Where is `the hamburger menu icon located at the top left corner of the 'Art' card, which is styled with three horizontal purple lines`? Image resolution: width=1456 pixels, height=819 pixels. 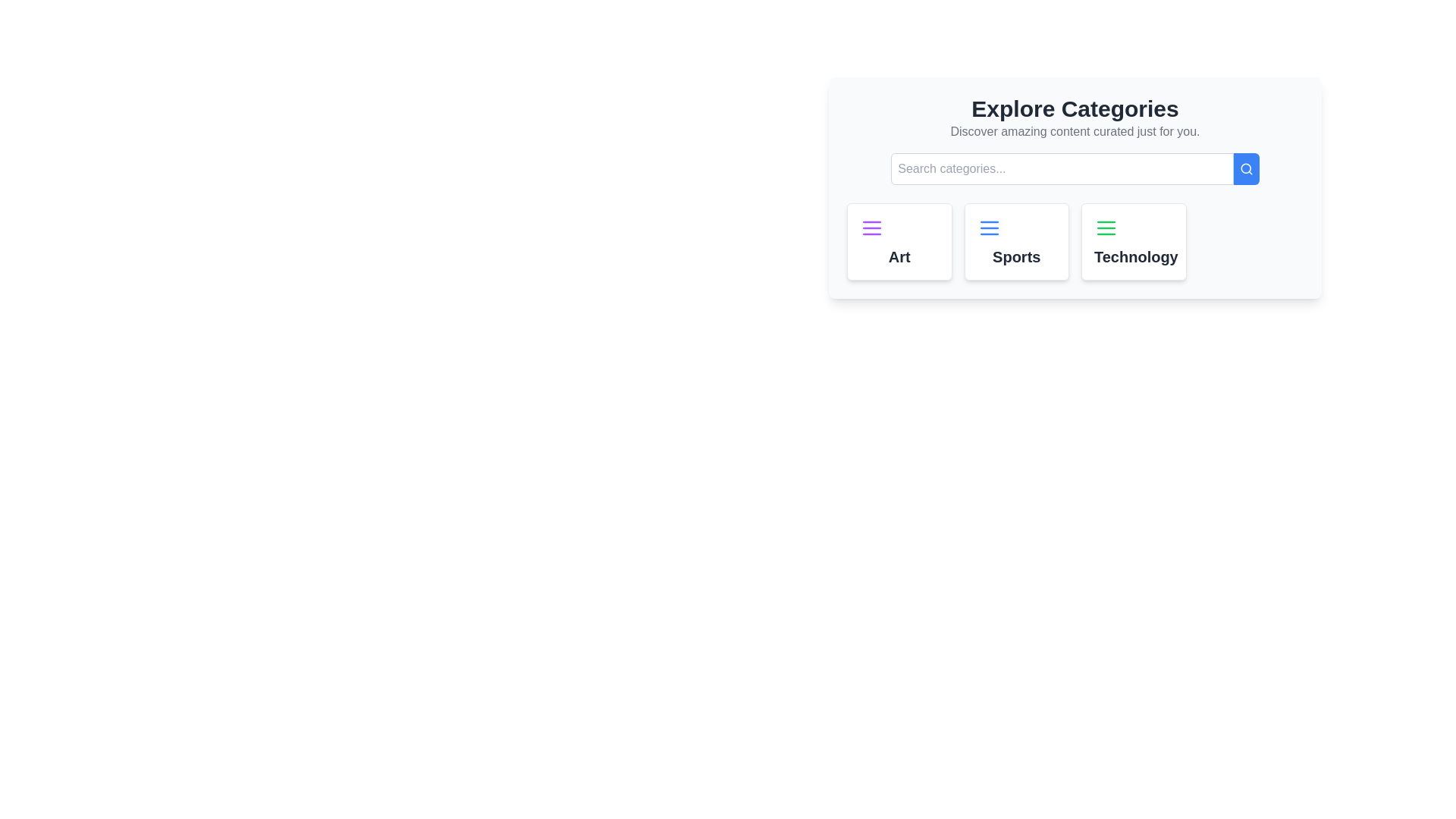
the hamburger menu icon located at the top left corner of the 'Art' card, which is styled with three horizontal purple lines is located at coordinates (872, 227).